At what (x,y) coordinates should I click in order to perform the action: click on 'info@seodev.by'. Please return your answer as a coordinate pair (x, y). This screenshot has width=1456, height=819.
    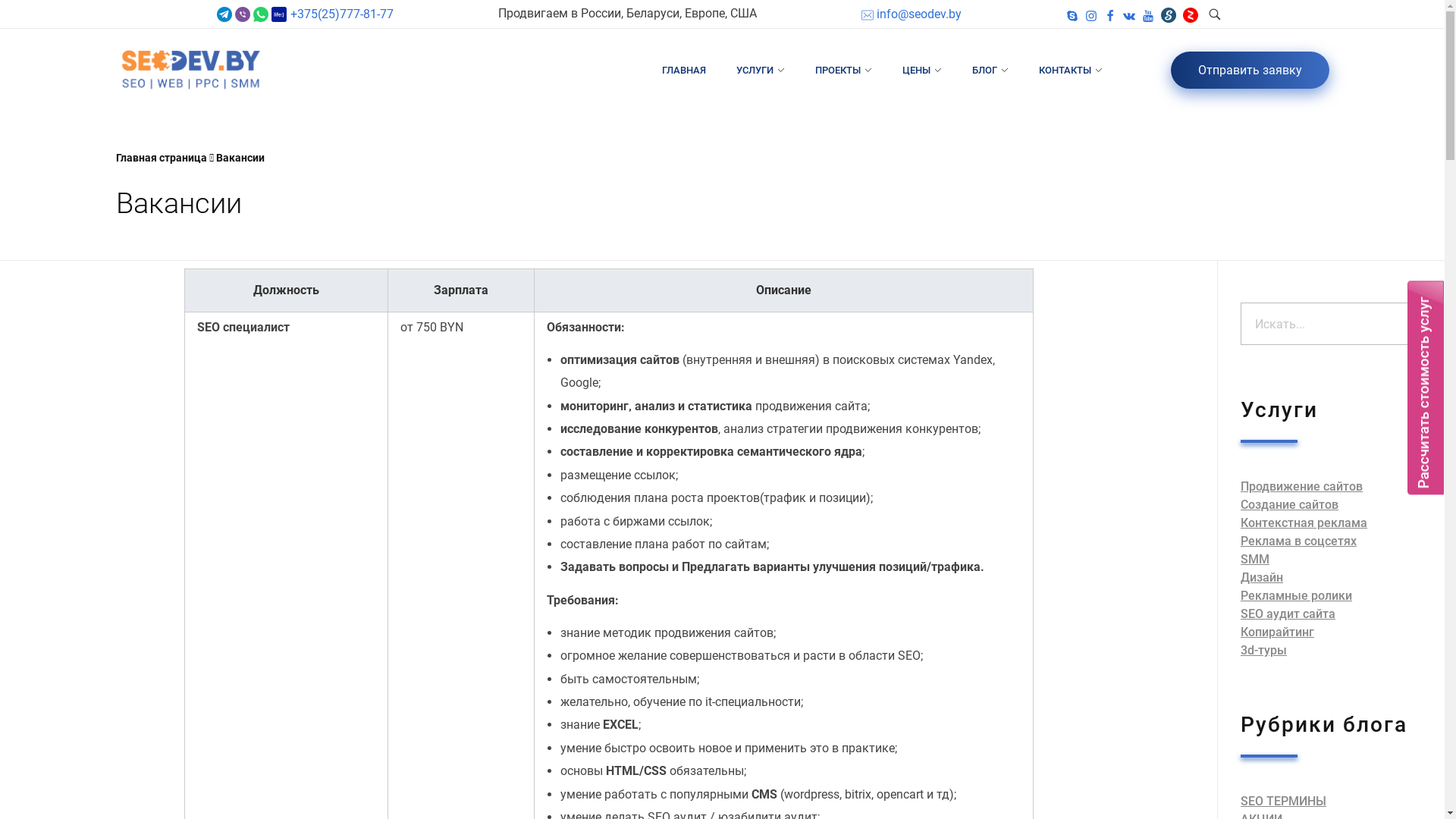
    Looking at the image, I should click on (910, 14).